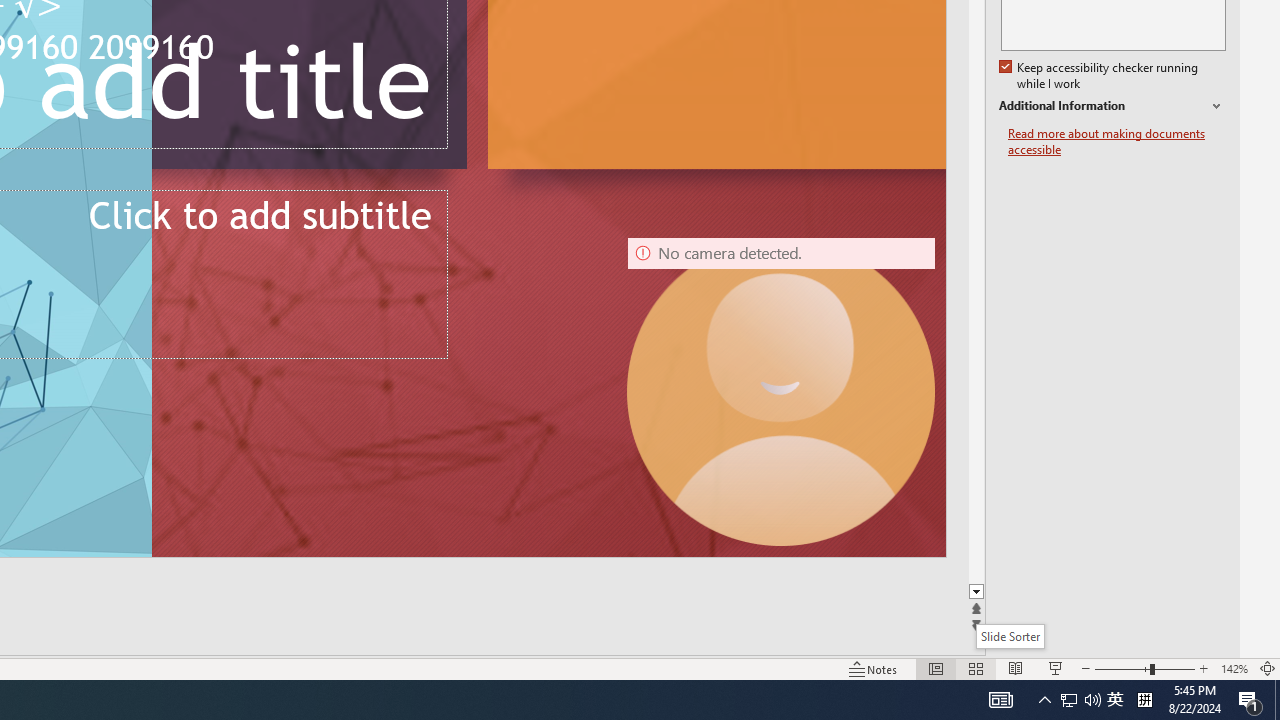  What do you see at coordinates (1266, 669) in the screenshot?
I see `'Zoom to Fit '` at bounding box center [1266, 669].